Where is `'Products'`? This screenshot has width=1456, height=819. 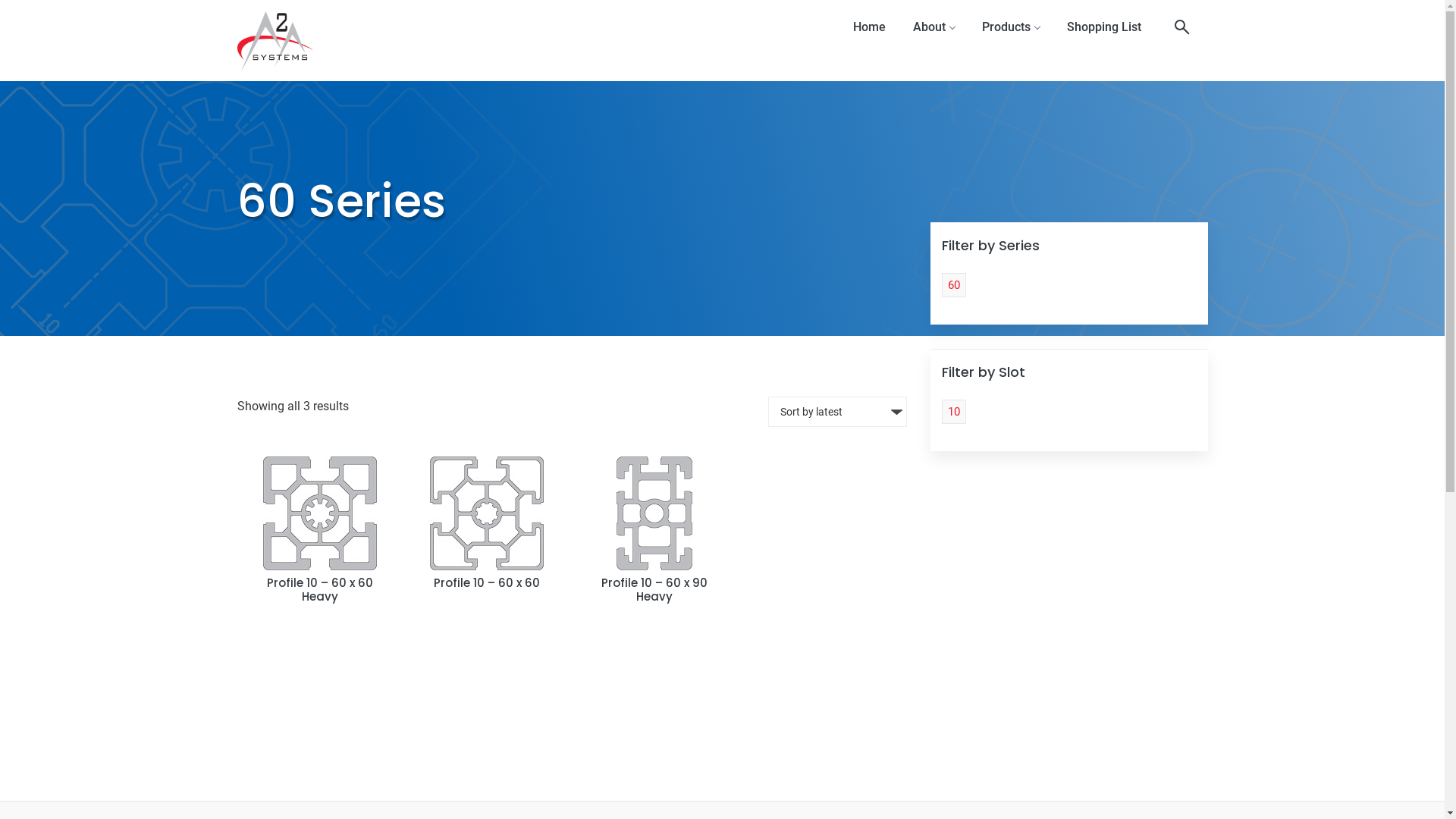
'Products' is located at coordinates (1009, 26).